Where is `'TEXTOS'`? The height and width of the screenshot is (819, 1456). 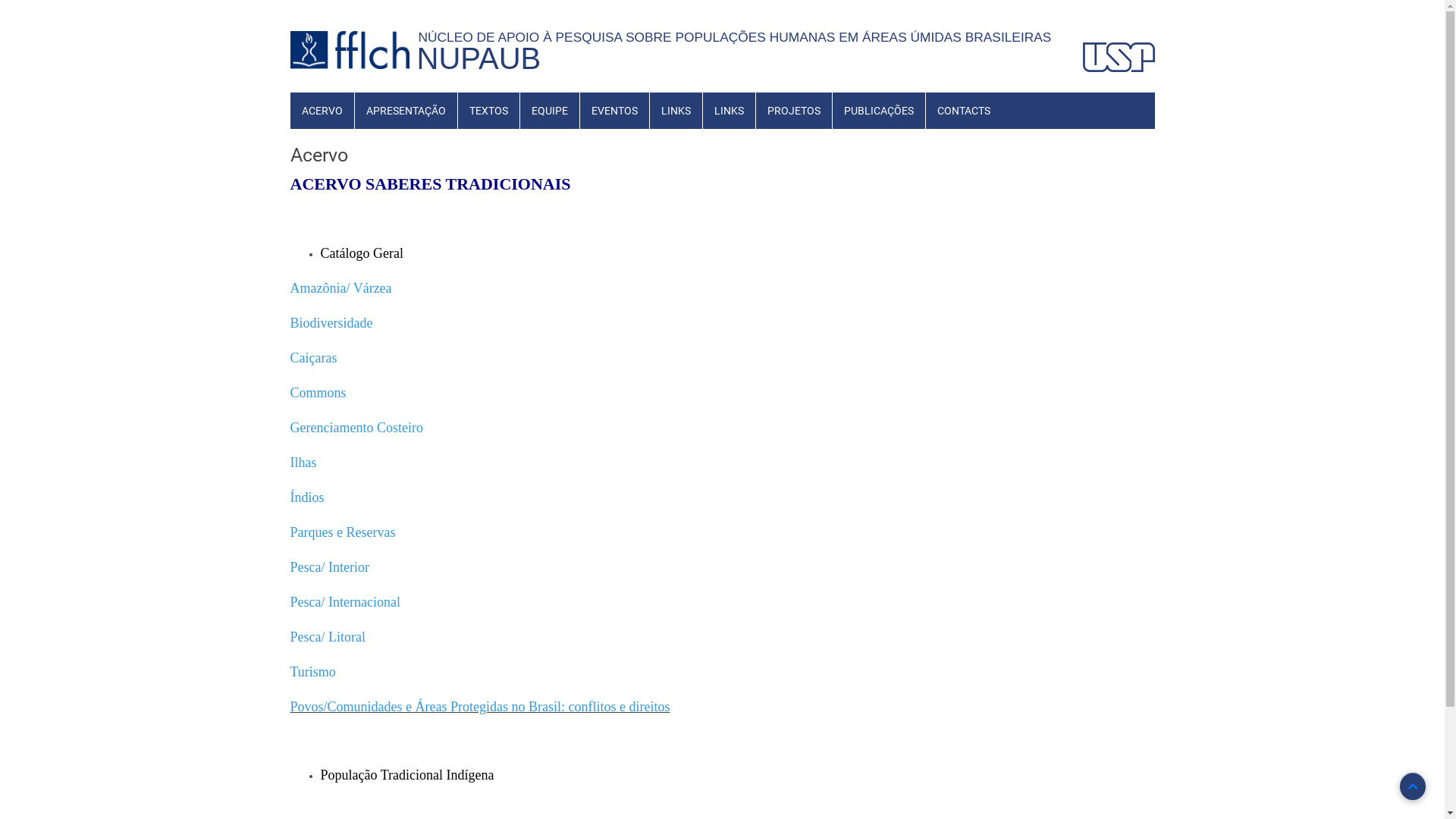 'TEXTOS' is located at coordinates (488, 110).